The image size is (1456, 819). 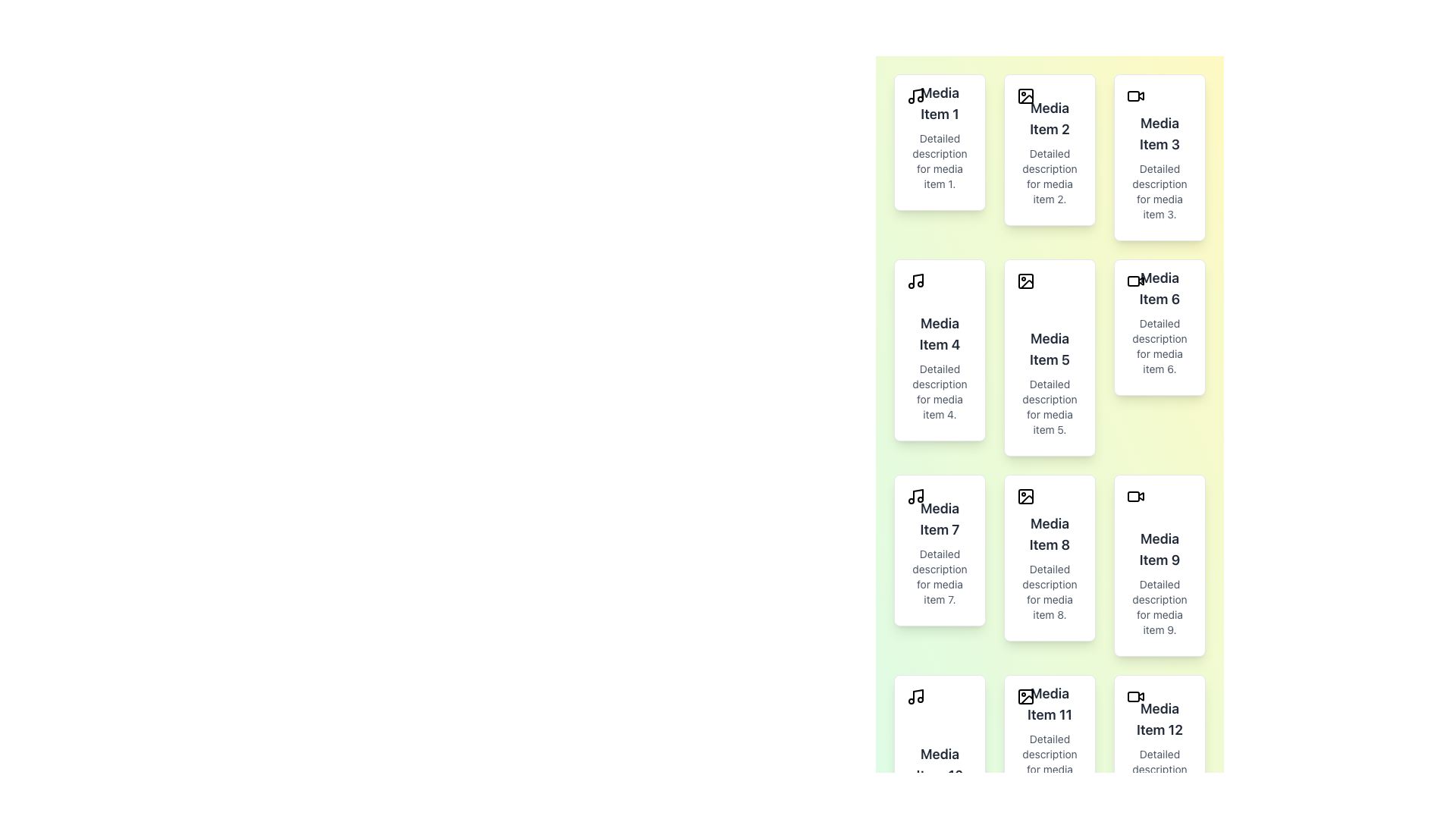 I want to click on the icon representing the media type associated with 'Media Item 7', located at the top-left corner of the card, so click(x=915, y=497).